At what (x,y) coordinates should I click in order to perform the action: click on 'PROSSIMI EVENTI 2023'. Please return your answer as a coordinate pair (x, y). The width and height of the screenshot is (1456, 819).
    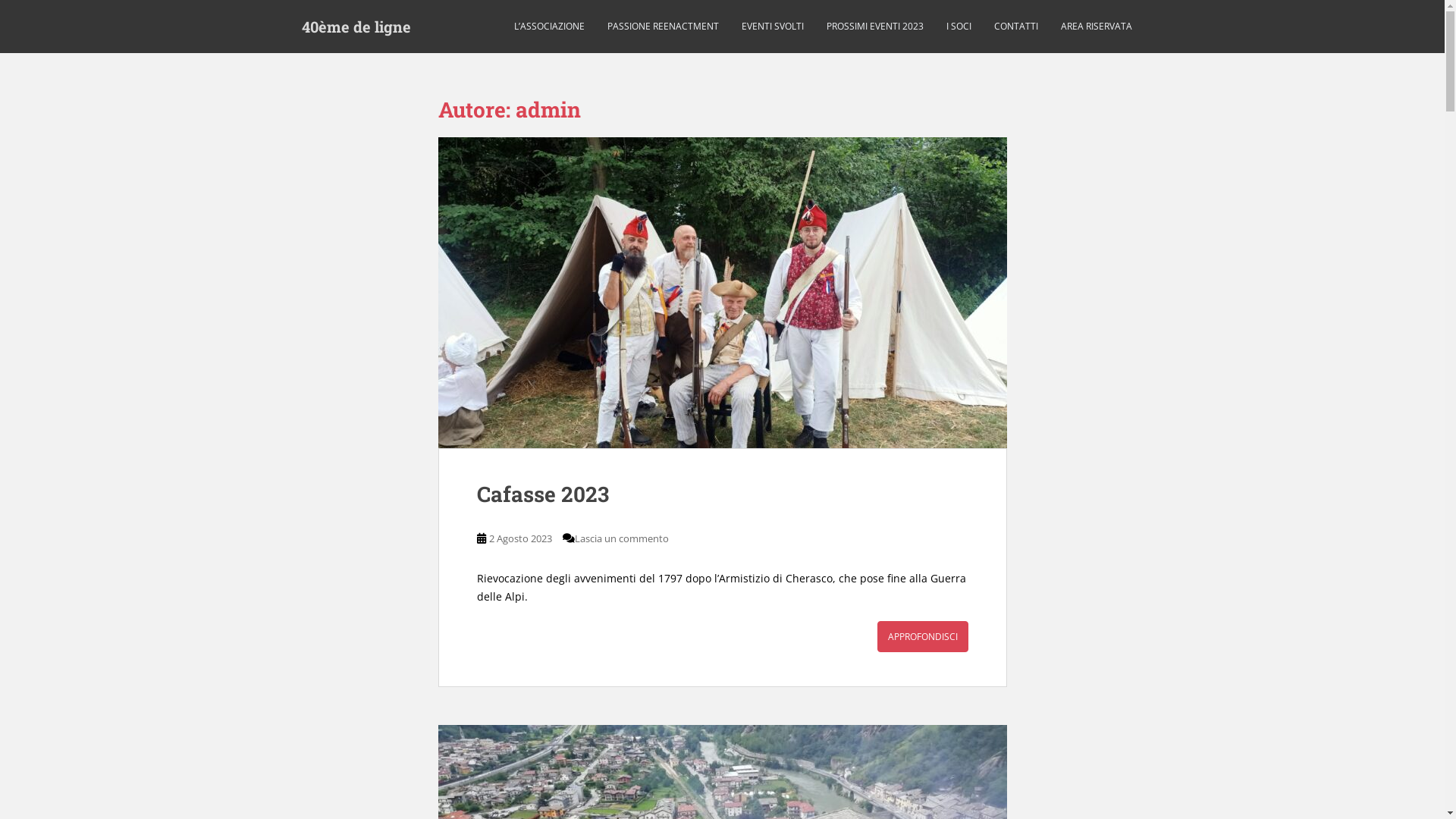
    Looking at the image, I should click on (874, 26).